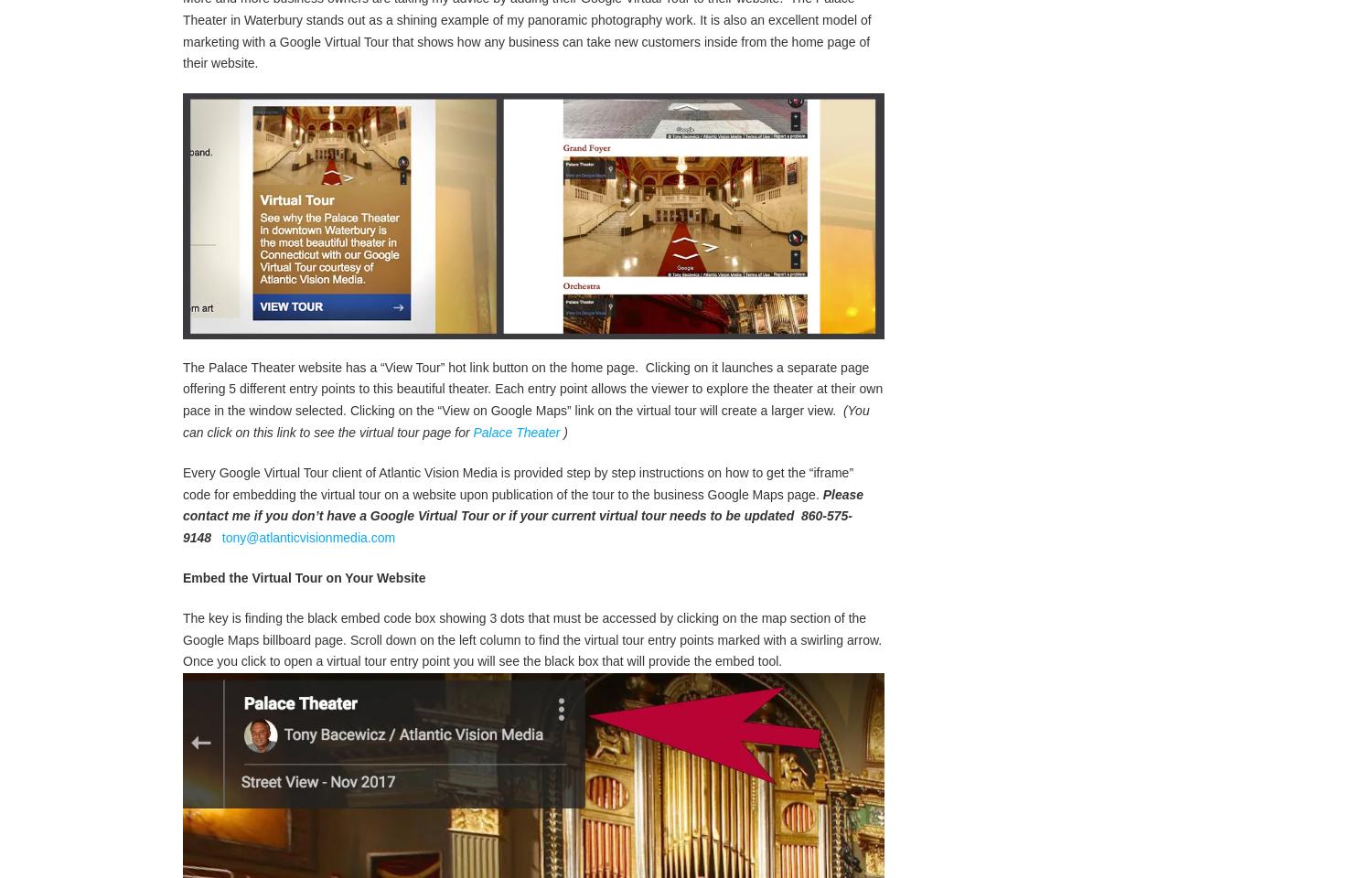 The image size is (1372, 878). What do you see at coordinates (531, 408) in the screenshot?
I see `'The Palace Theater website has a “View Tour” hot link button on the home page.  Clicking on it launches a separate page offering 5 different entry points to this beautiful theater. Each entry point allows the viewer to explore the theater at their own pace in the window selected. Clicking on the “View on Google Maps” link on the virtual tour will create a larger view.'` at bounding box center [531, 408].